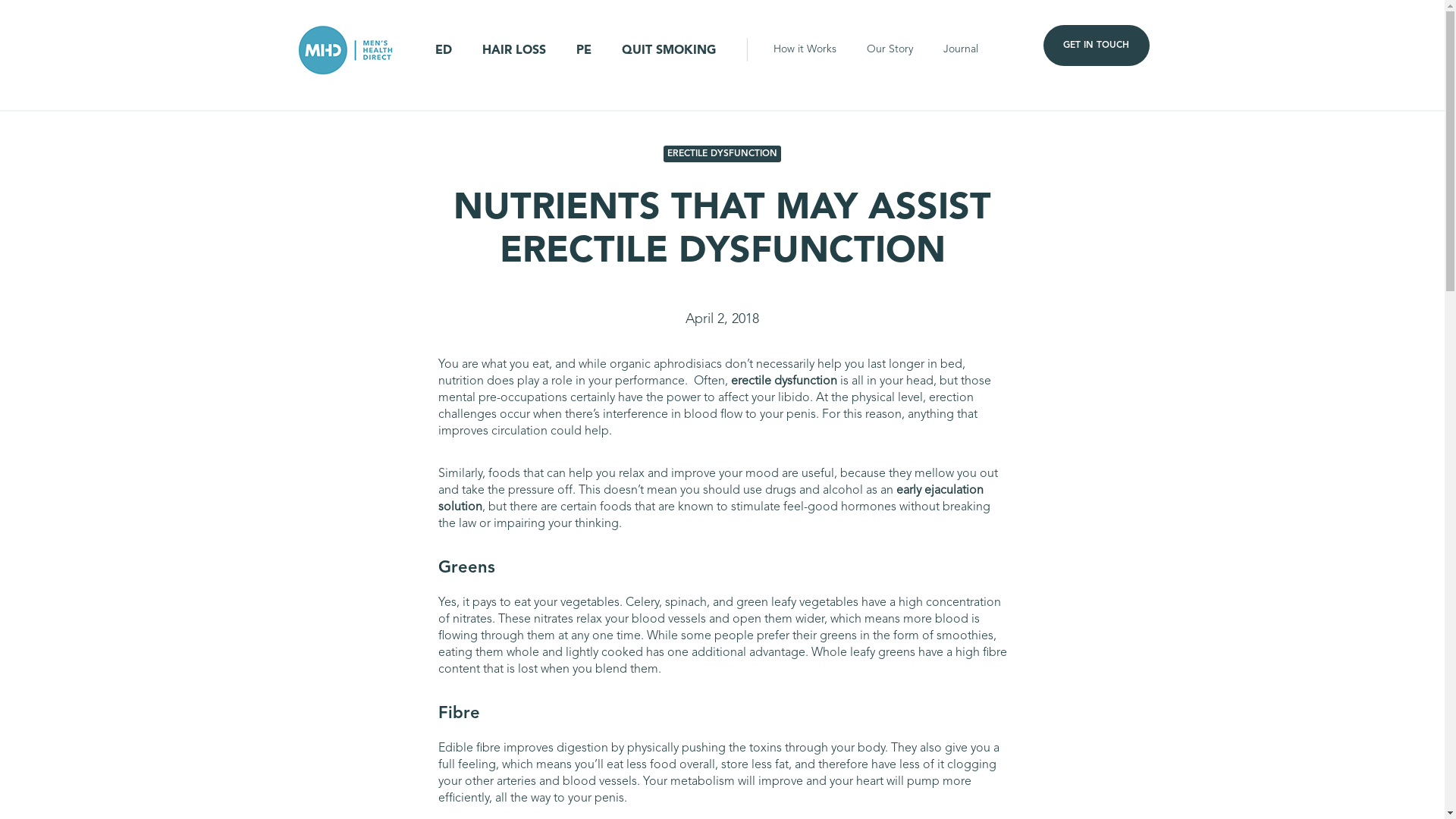 Image resolution: width=1456 pixels, height=819 pixels. I want to click on 'ED', so click(443, 49).